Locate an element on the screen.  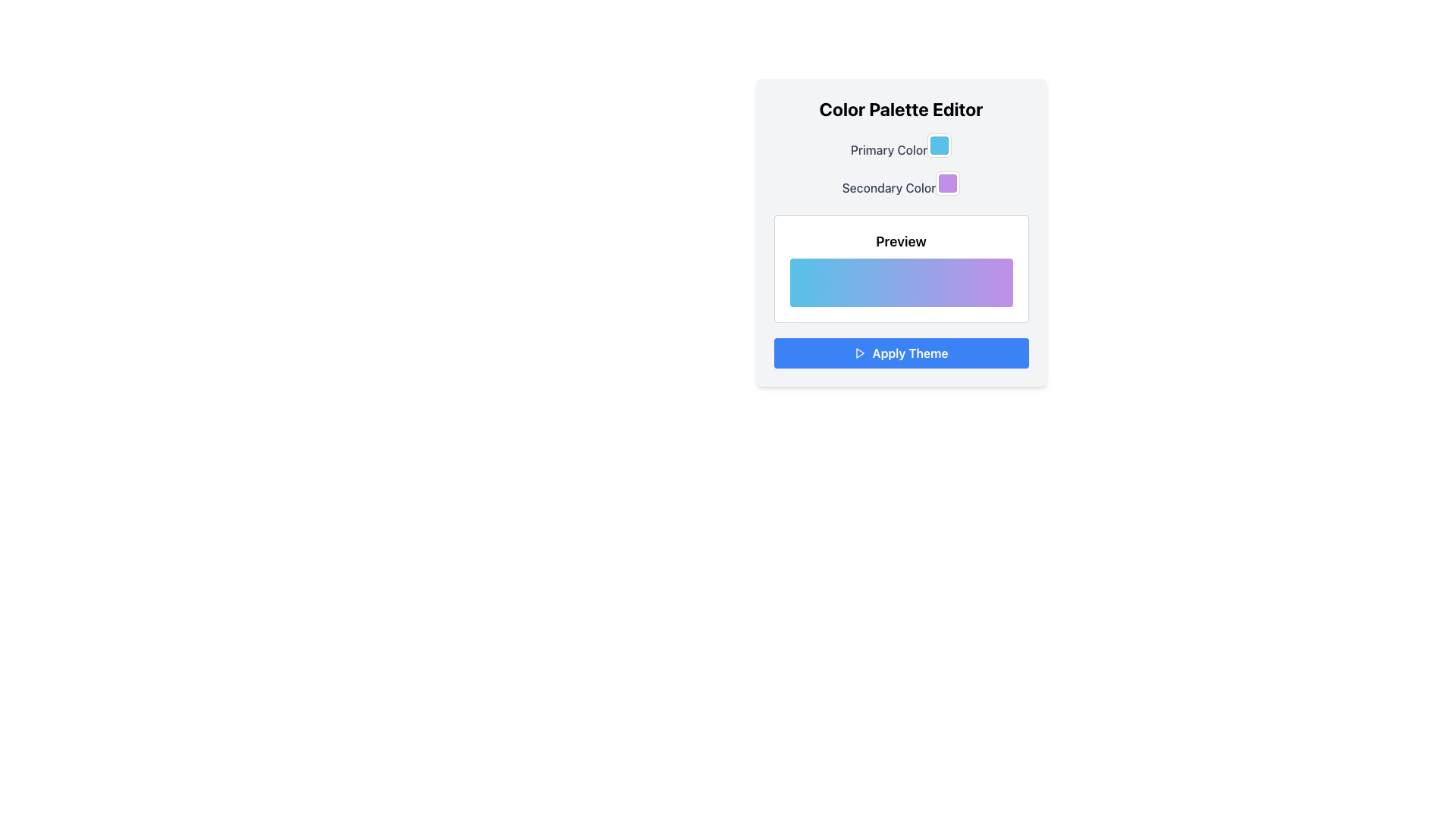
the decorative play icon that complements the 'Apply Theme' button, located at the bottom of the panel is located at coordinates (861, 353).